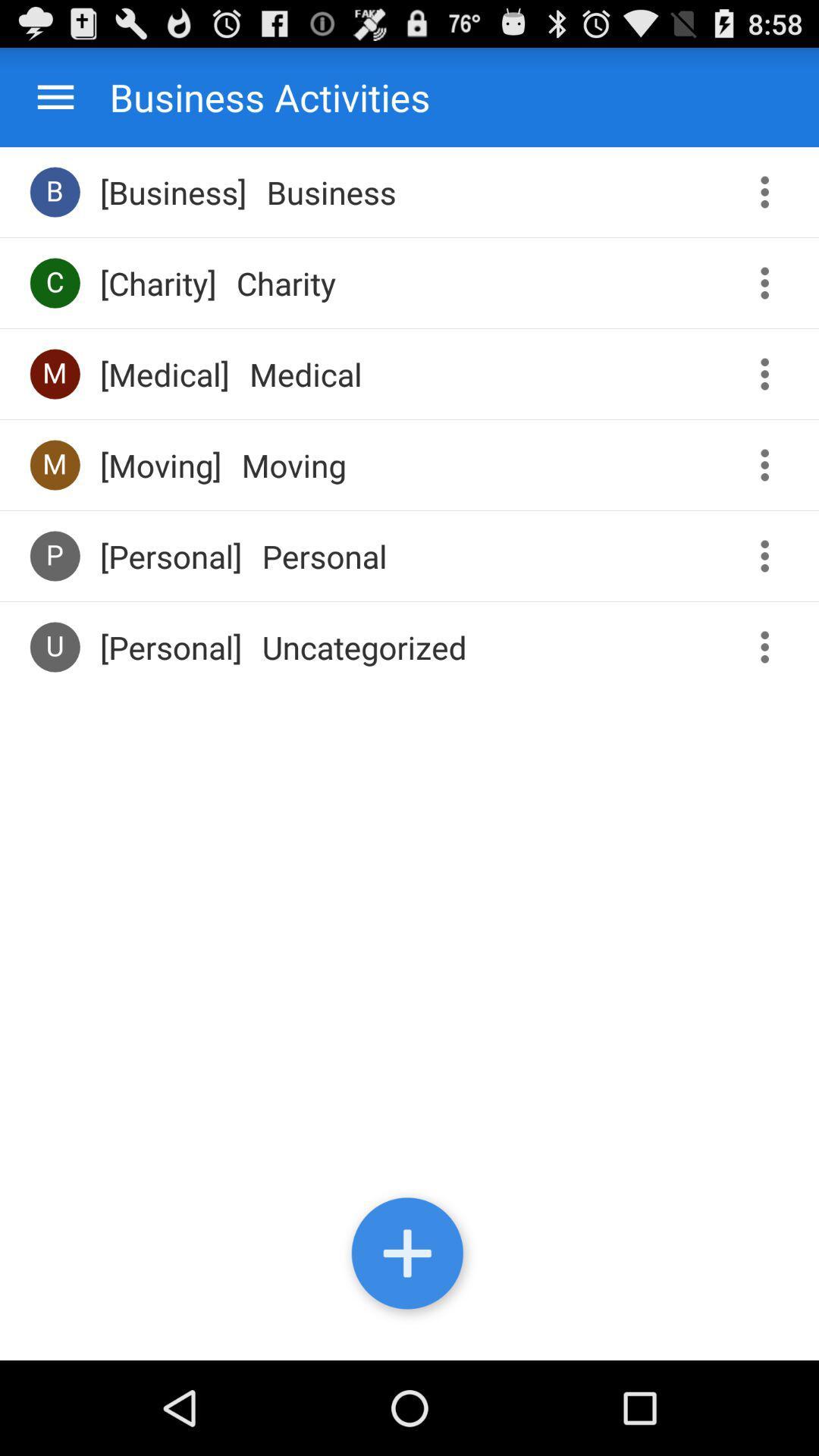 The image size is (819, 1456). Describe the element at coordinates (55, 96) in the screenshot. I see `menu` at that location.